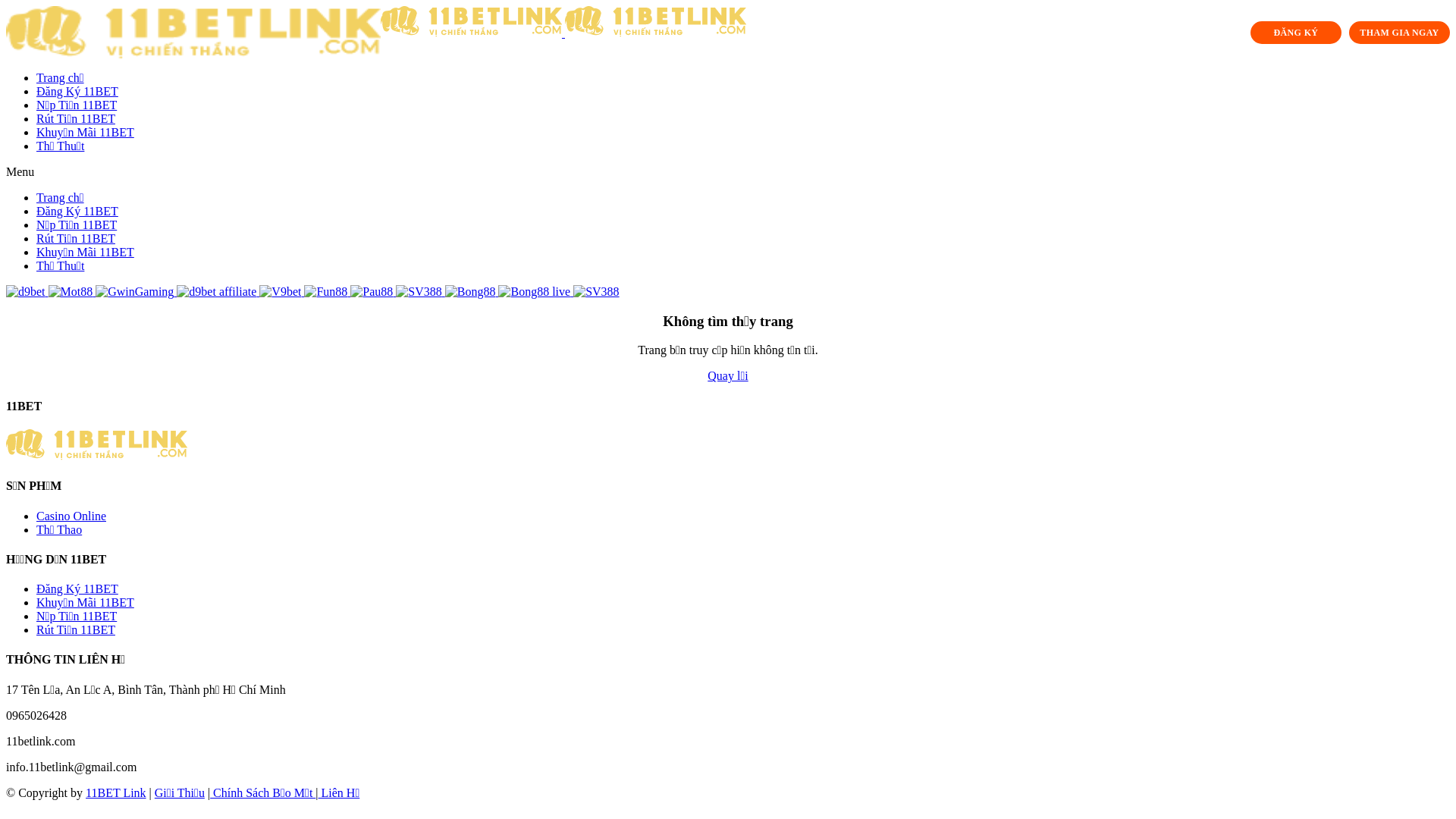 The image size is (1456, 819). Describe the element at coordinates (349, 291) in the screenshot. I see `'Pau88'` at that location.